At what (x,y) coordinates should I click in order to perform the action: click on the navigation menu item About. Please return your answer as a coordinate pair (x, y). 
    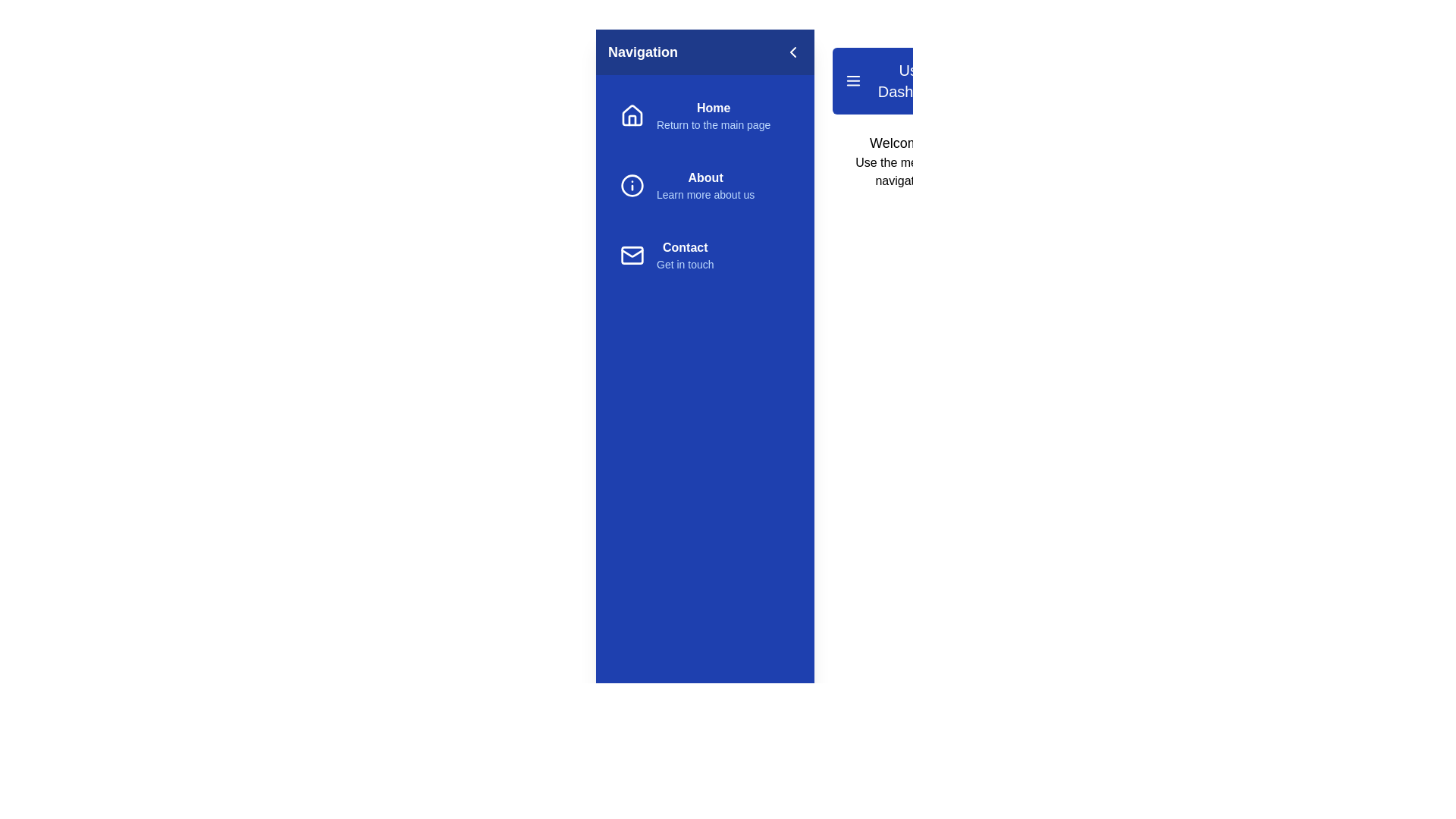
    Looking at the image, I should click on (704, 185).